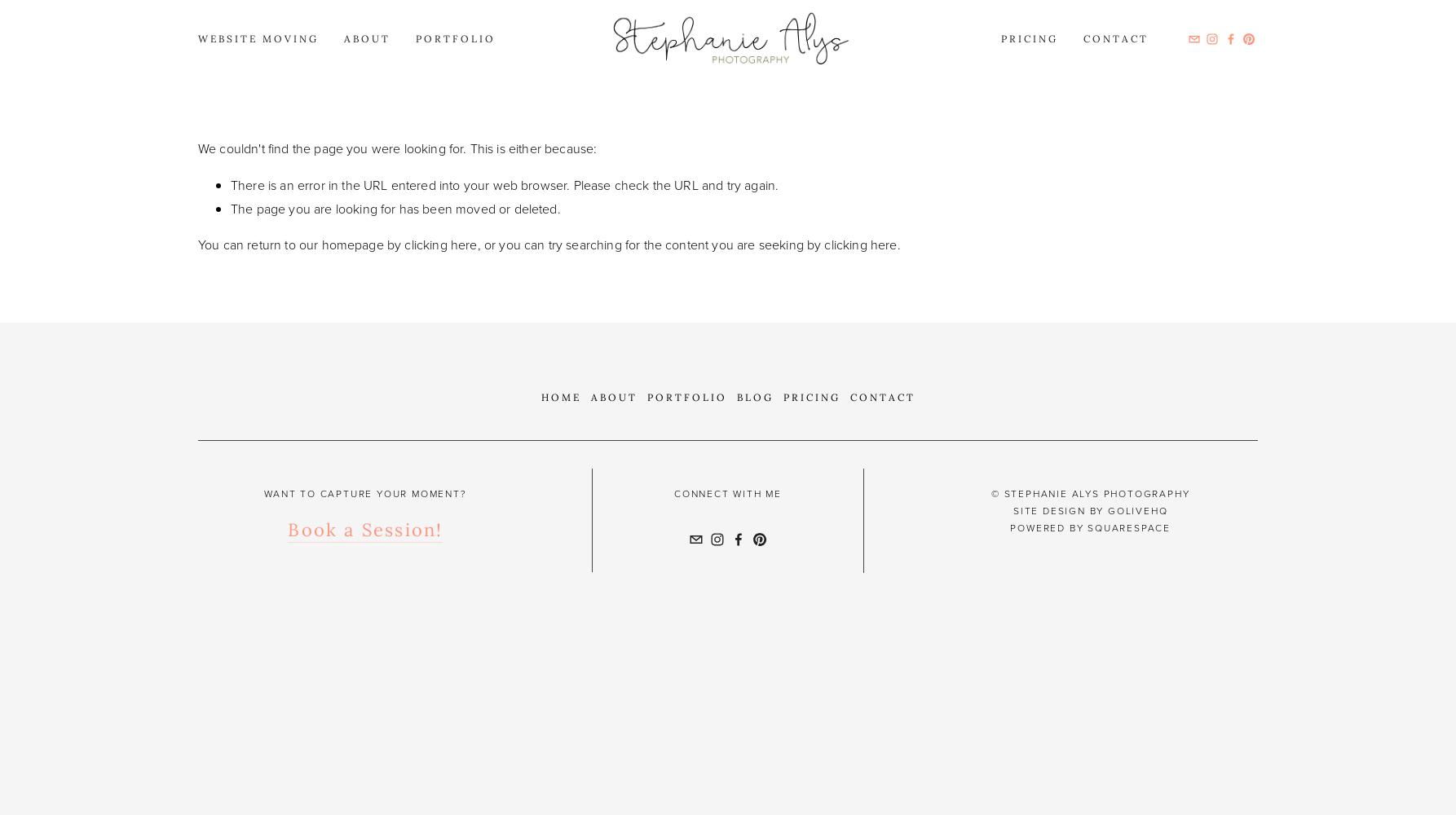  I want to click on 'There is an error in the URL entered into your web browser. Please check the URL and try again.', so click(505, 183).